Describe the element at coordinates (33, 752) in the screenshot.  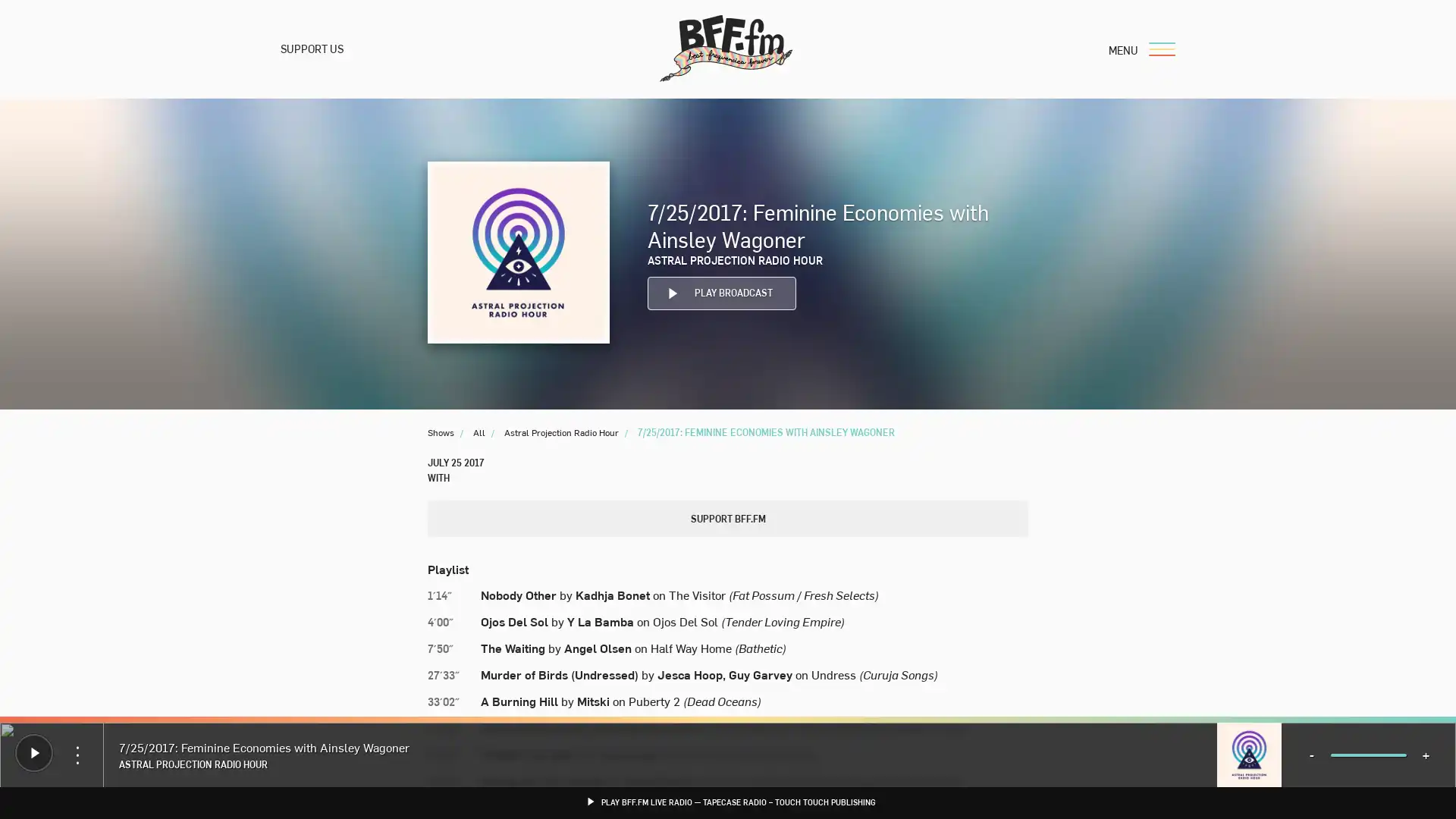
I see `Play` at that location.